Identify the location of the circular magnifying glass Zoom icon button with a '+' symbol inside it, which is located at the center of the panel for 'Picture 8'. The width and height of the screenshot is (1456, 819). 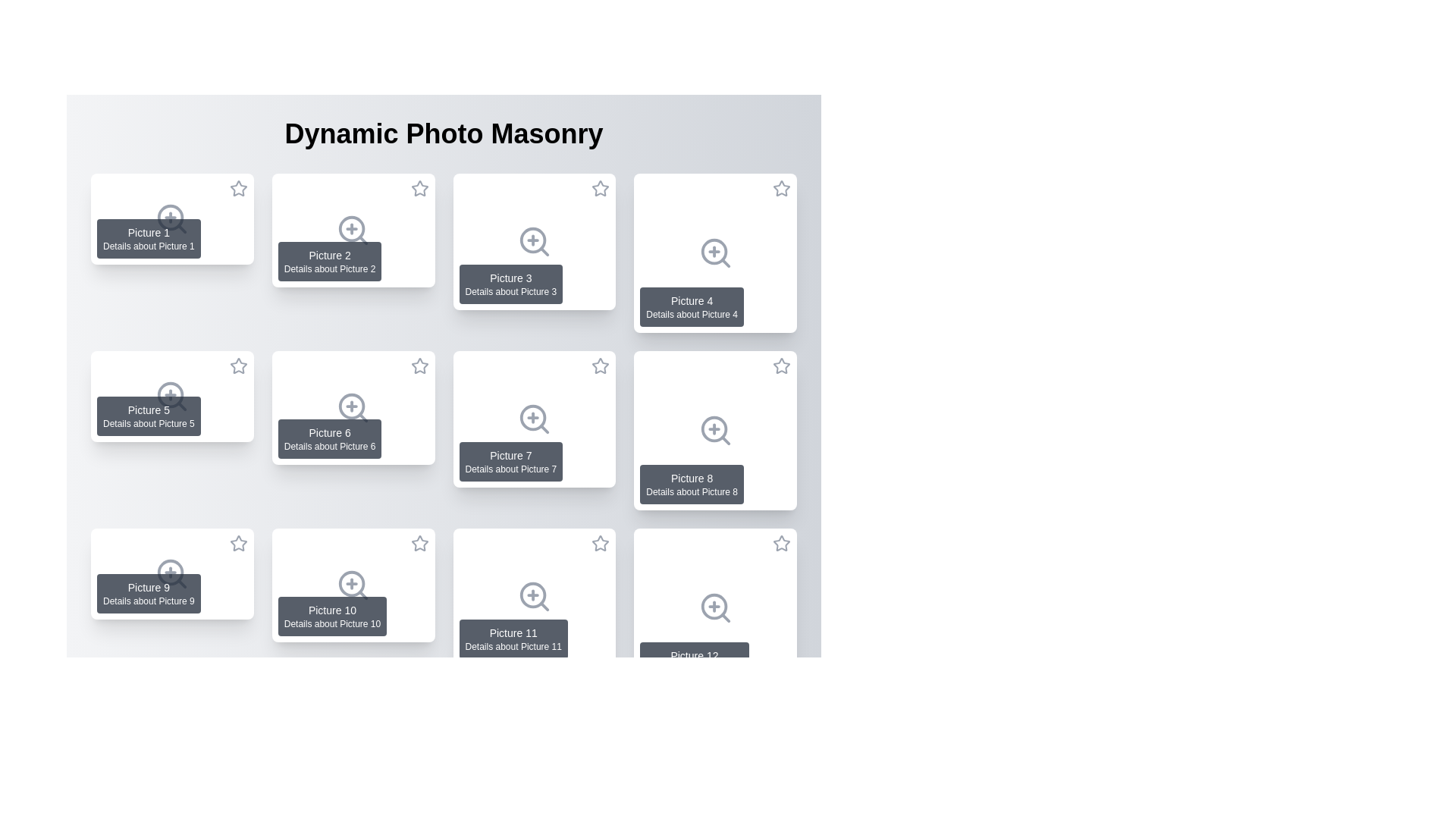
(714, 430).